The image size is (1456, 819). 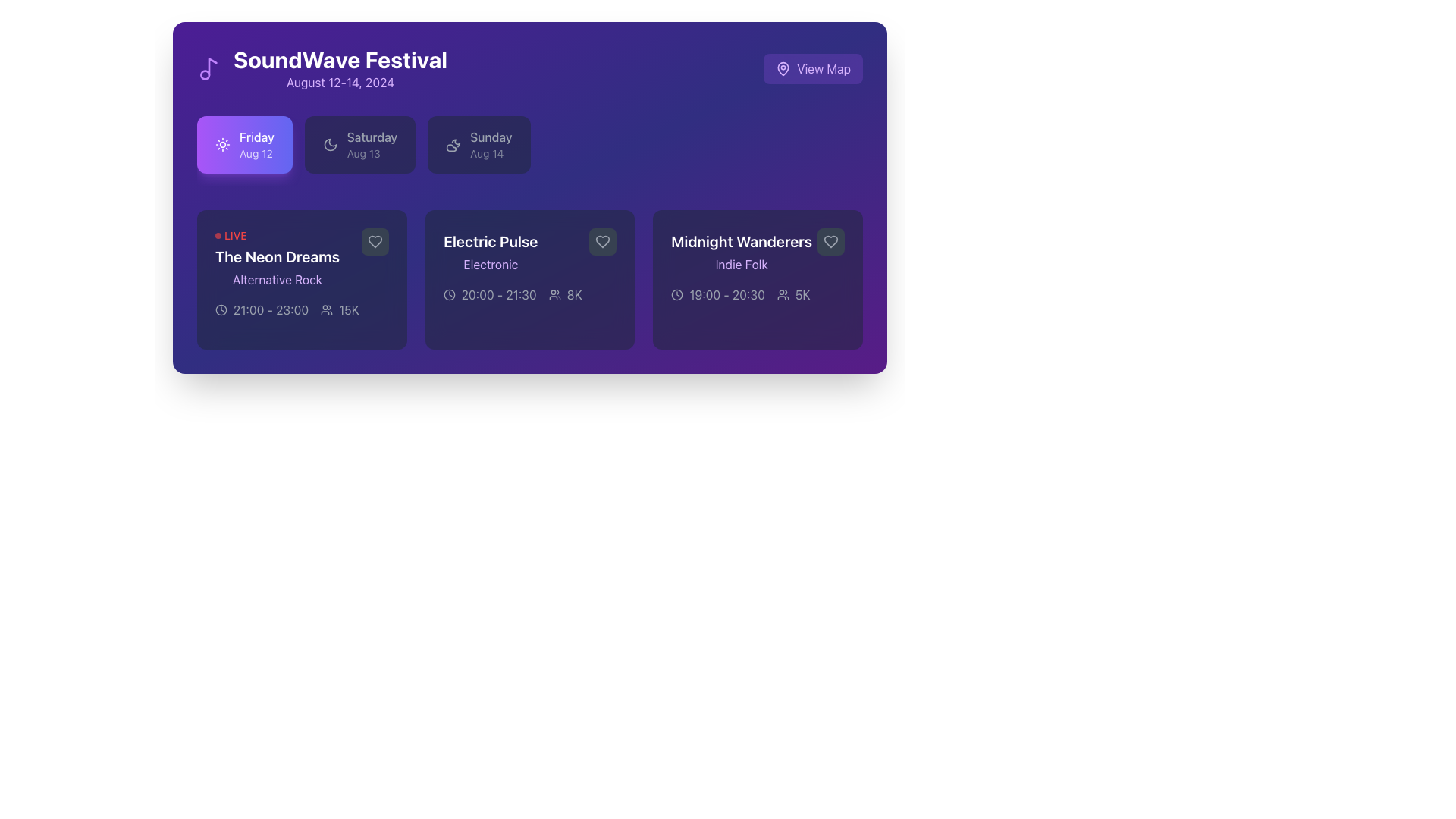 I want to click on the information provided by the informative label with icons displaying event time (20:00 - 21:30) and expected attendees (8K) under the 'Electric Pulse' section for 'Friday Aug 12', so click(x=530, y=295).